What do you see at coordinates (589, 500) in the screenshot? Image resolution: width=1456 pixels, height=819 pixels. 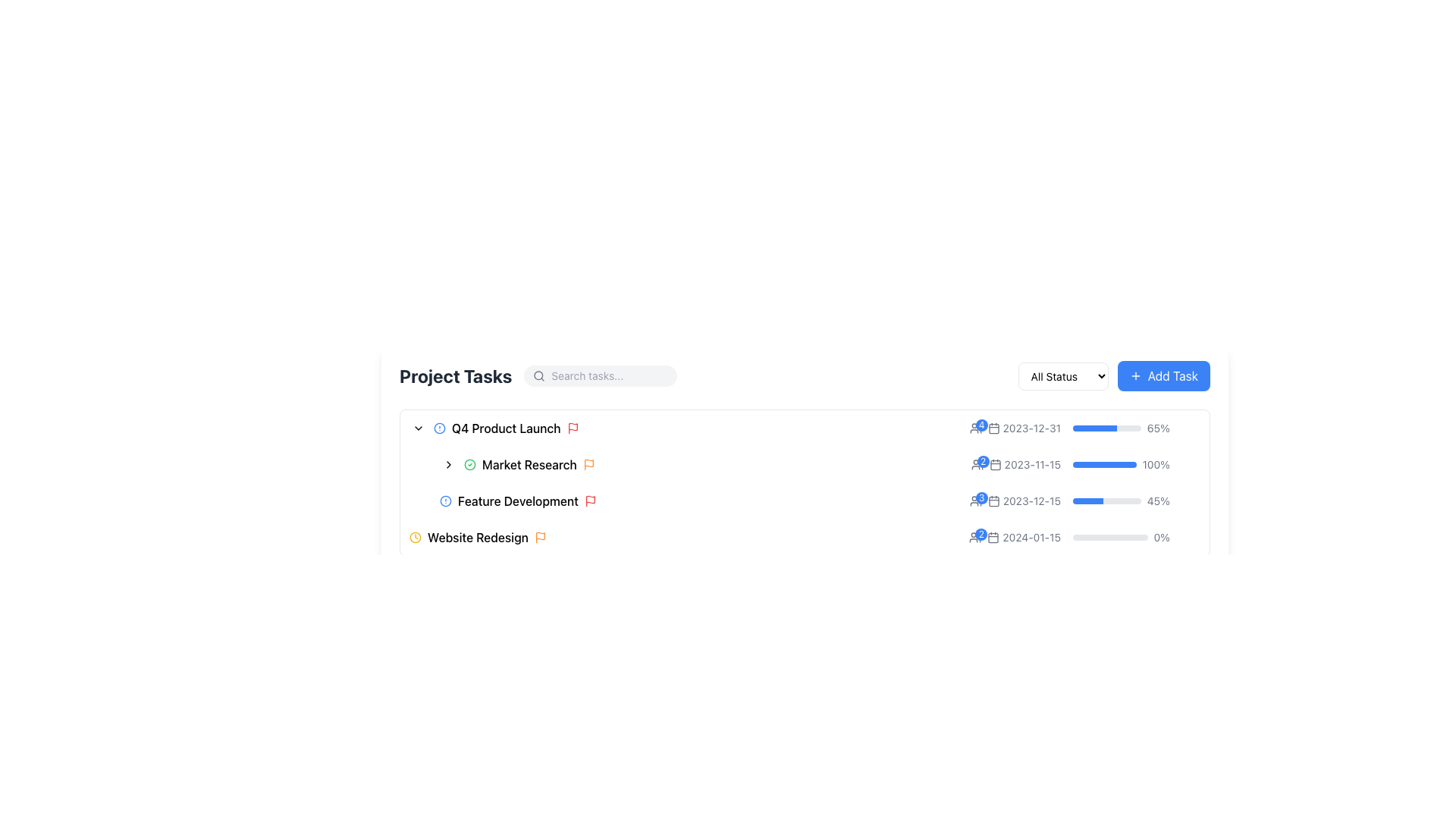 I see `the red flag icon located to the right of the text 'Feature Development'` at bounding box center [589, 500].